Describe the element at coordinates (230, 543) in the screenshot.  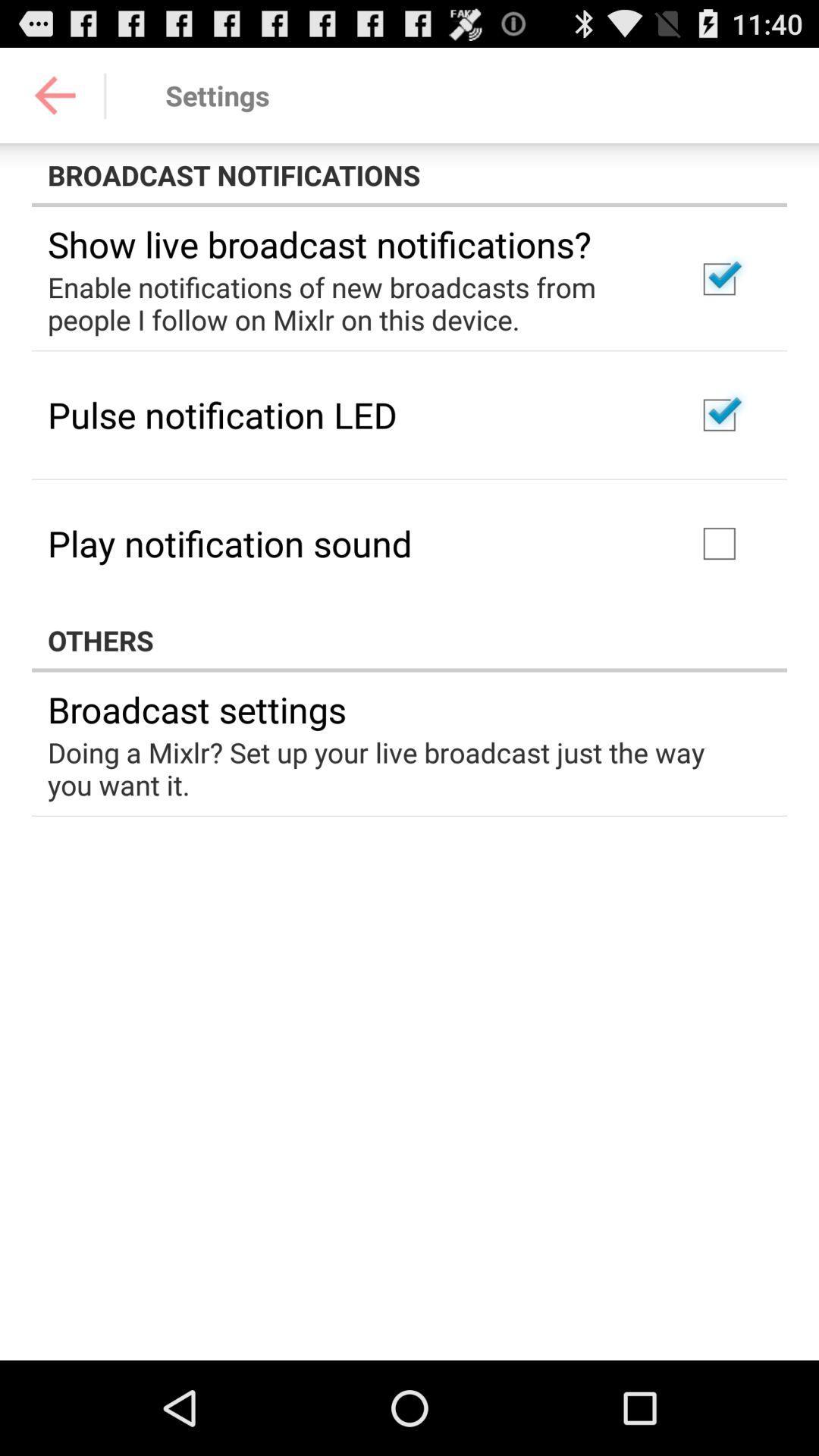
I see `play notification sound item` at that location.